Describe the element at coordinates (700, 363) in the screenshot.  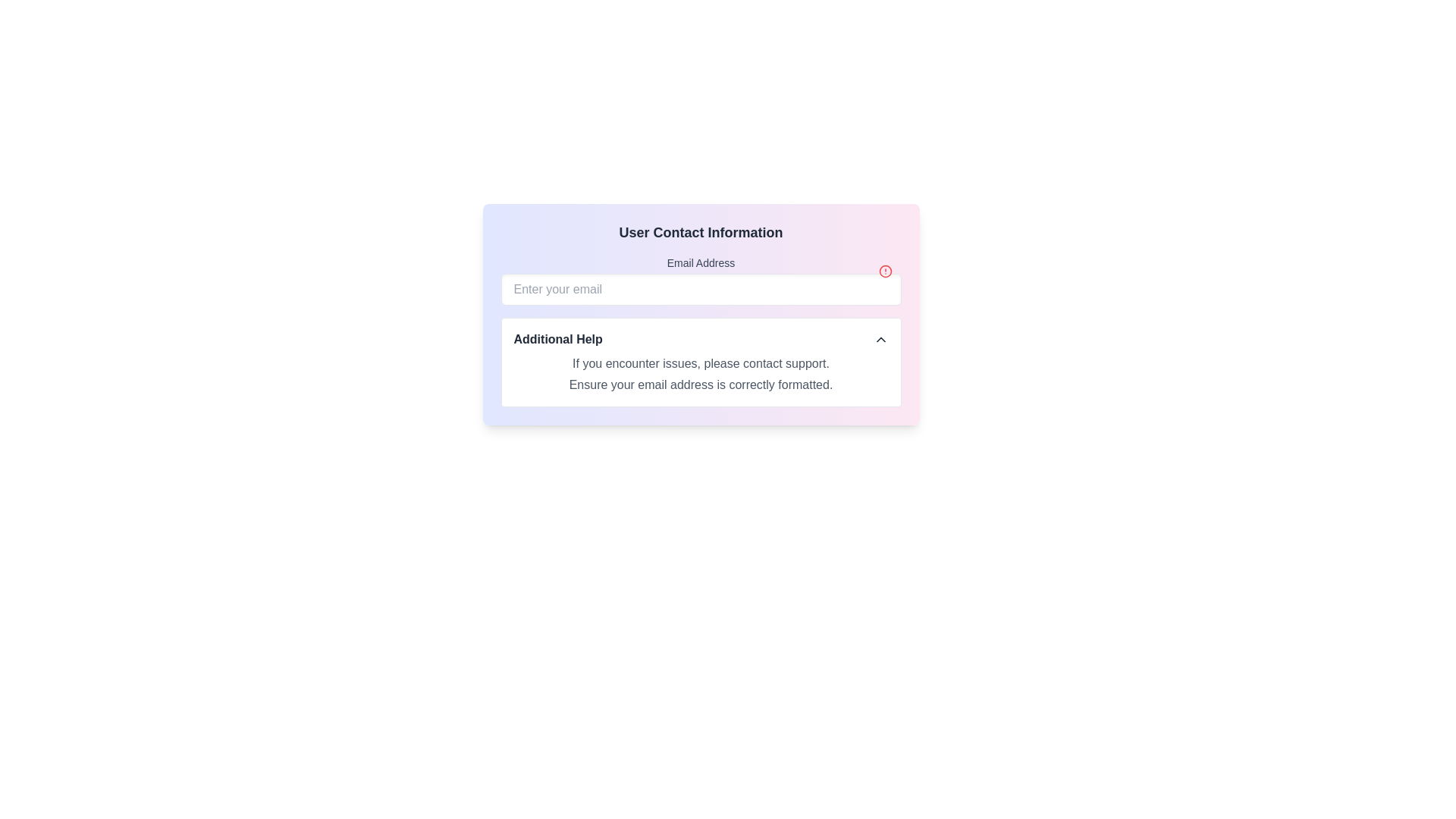
I see `the text label that says 'If you encounter issues, please contact support.' located beneath the 'Additional Help' header` at that location.